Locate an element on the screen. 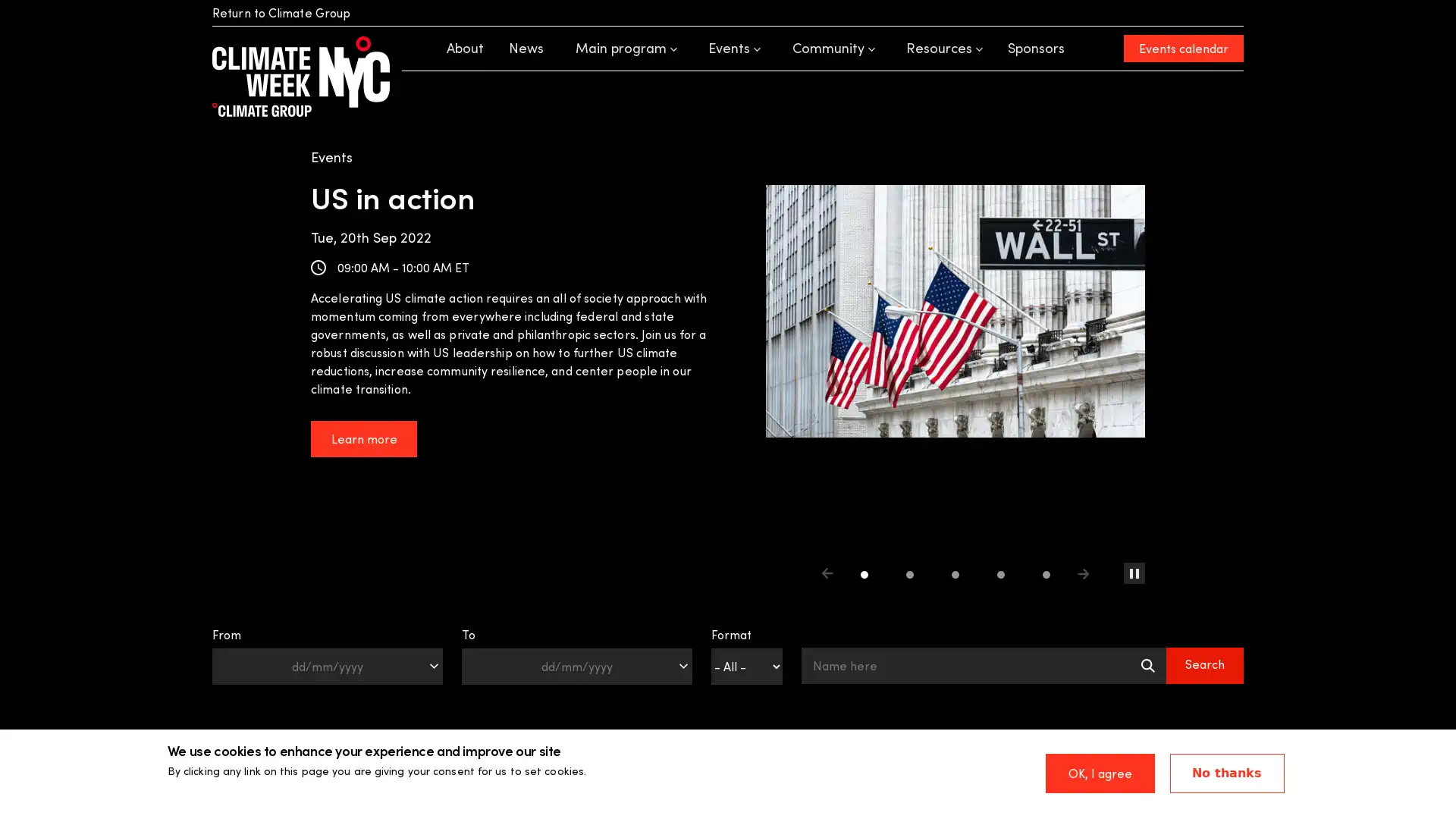 This screenshot has width=1456, height=819. Pause is located at coordinates (1134, 573).